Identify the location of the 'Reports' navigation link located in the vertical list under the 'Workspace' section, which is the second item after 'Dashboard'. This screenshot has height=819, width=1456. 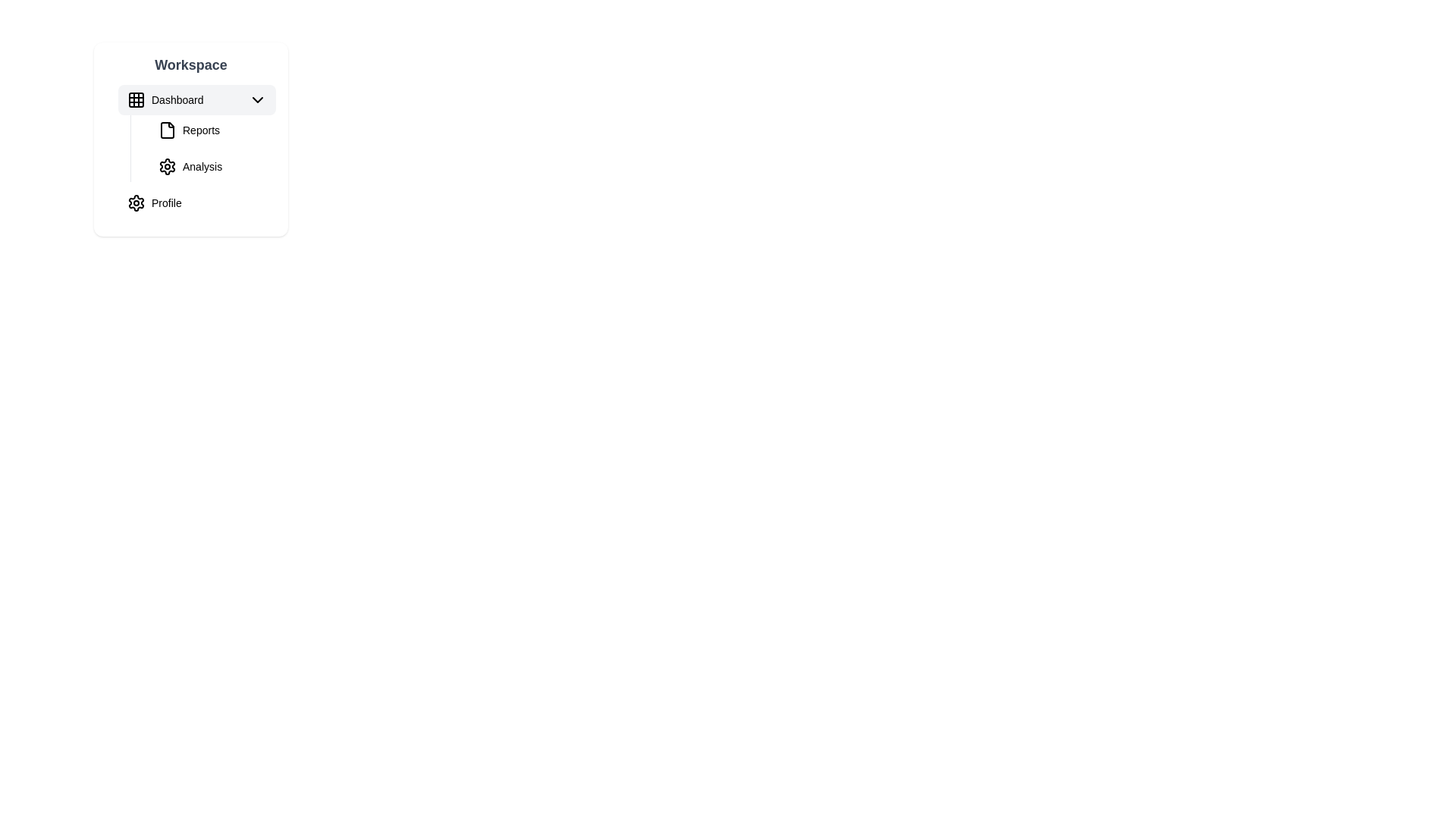
(212, 130).